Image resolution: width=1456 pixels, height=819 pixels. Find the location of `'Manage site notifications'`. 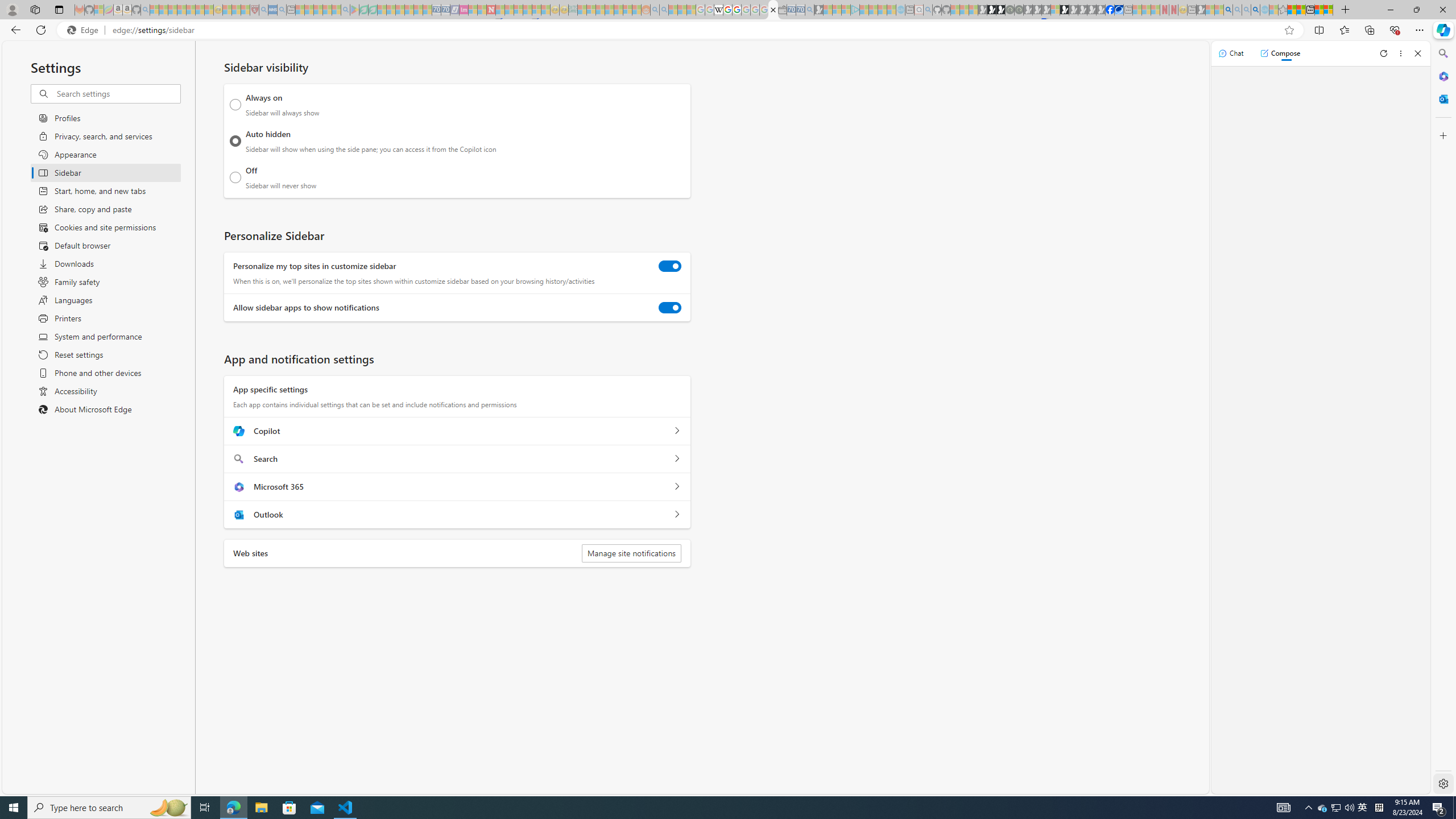

'Manage site notifications' is located at coordinates (630, 553).